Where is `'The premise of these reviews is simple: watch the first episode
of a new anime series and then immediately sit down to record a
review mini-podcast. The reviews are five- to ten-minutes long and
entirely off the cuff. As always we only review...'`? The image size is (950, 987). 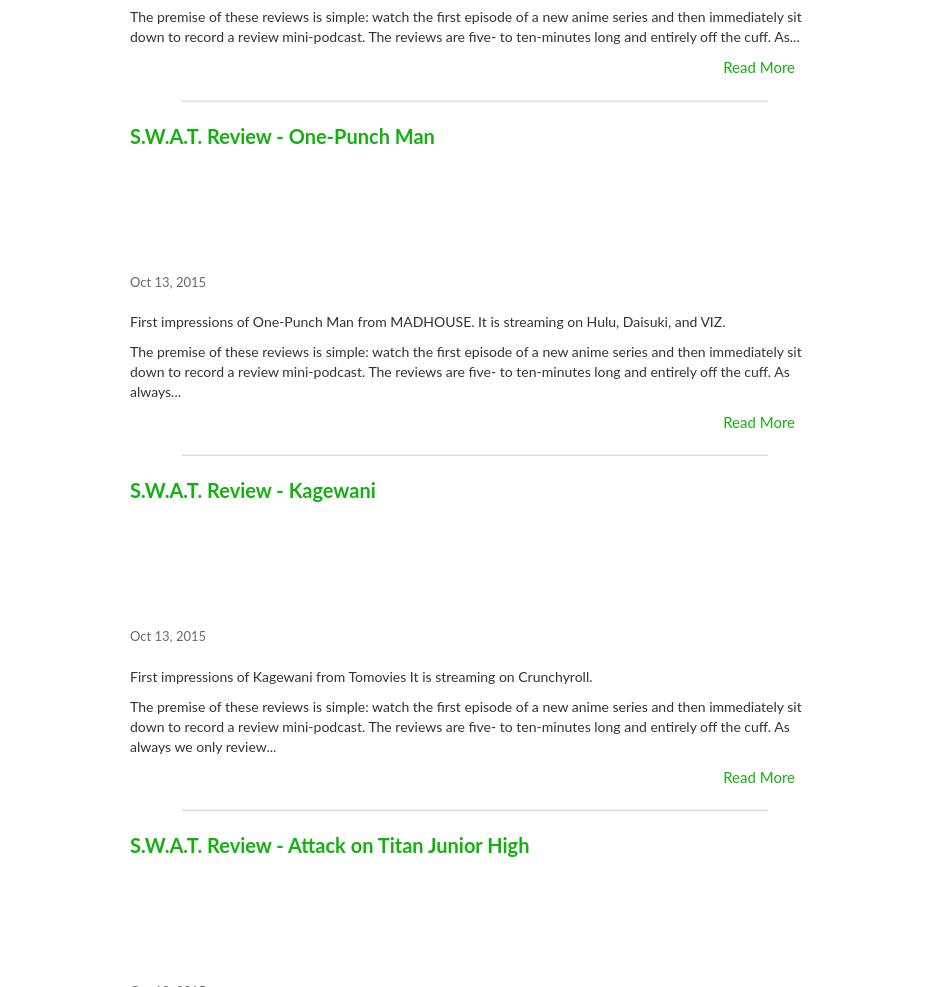
'The premise of these reviews is simple: watch the first episode
of a new anime series and then immediately sit down to record a
review mini-podcast. The reviews are five- to ten-minutes long and
entirely off the cuff. As always we only review...' is located at coordinates (464, 726).